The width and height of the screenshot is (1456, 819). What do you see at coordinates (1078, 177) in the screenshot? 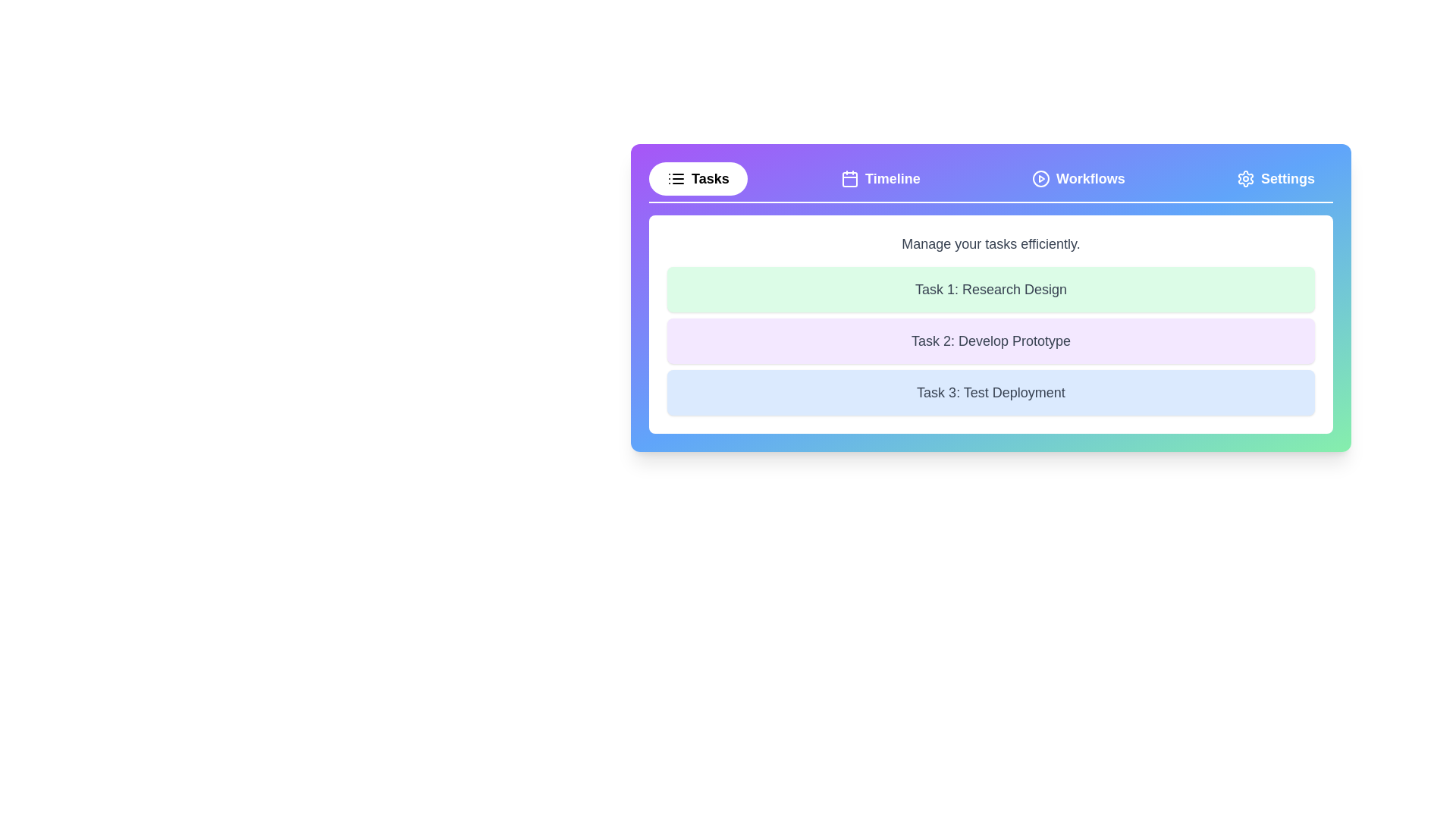
I see `the button labeled Workflows to observe its hover effect` at bounding box center [1078, 177].